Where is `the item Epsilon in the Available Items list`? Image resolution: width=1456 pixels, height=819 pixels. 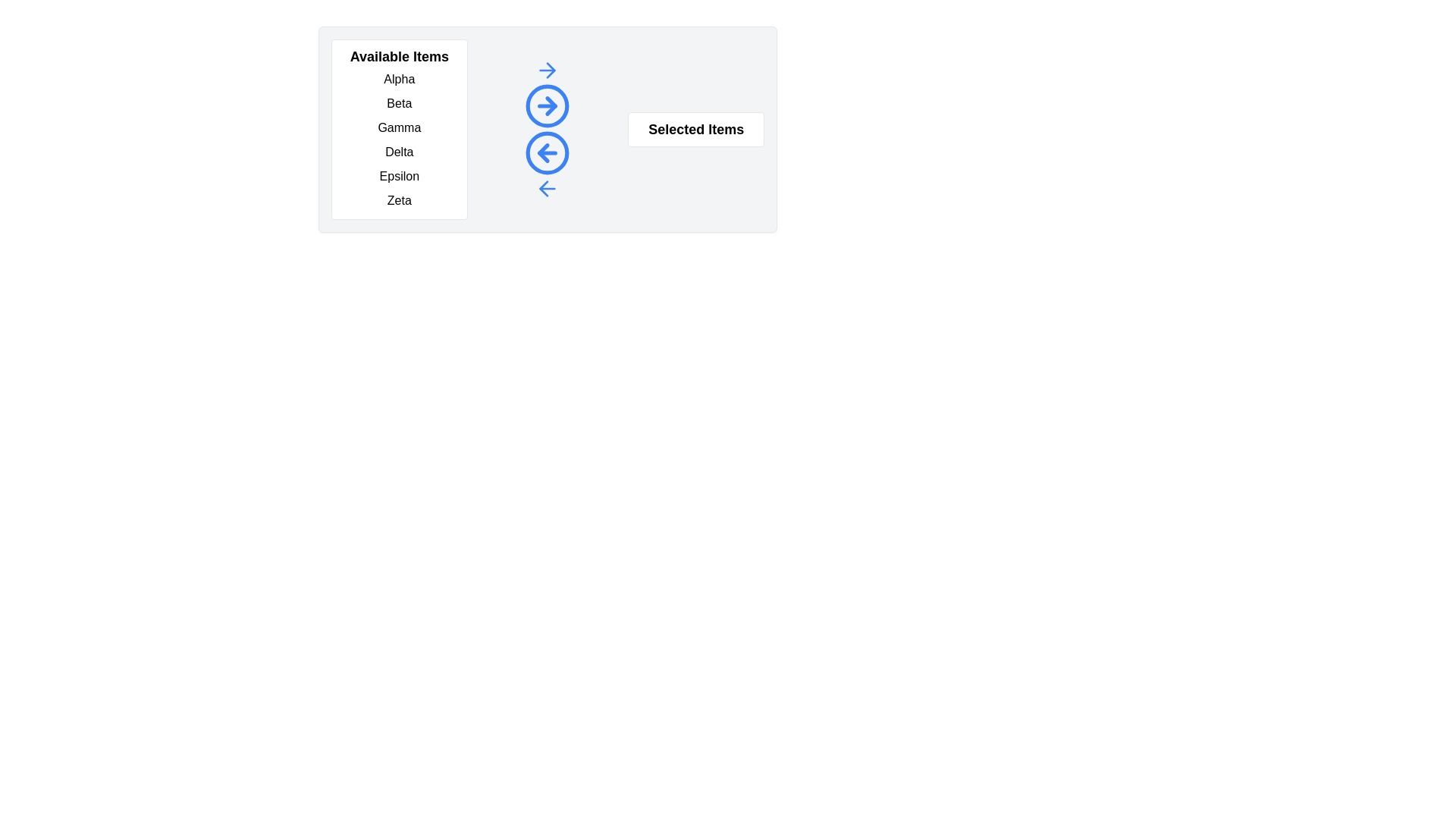
the item Epsilon in the Available Items list is located at coordinates (399, 175).